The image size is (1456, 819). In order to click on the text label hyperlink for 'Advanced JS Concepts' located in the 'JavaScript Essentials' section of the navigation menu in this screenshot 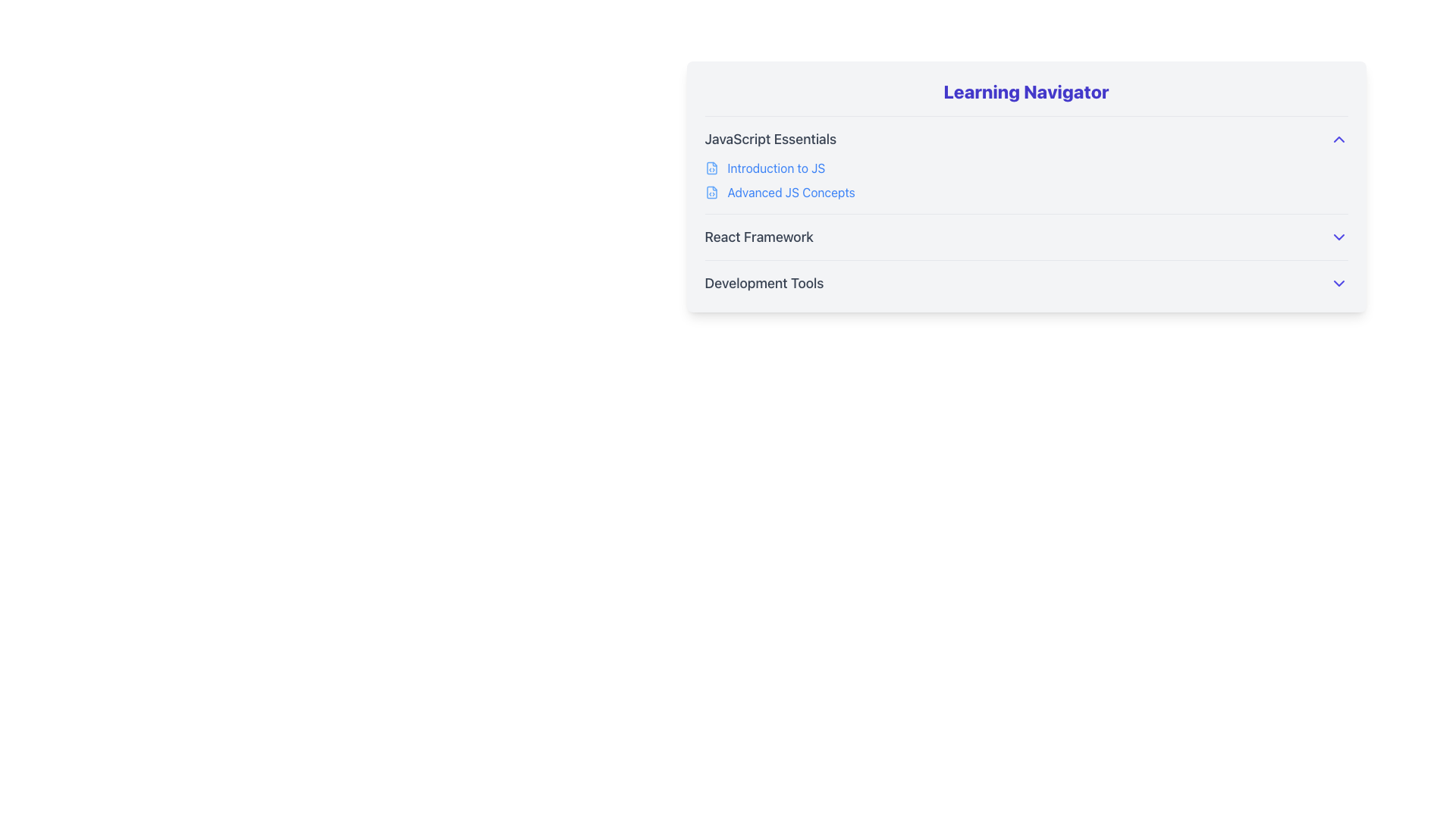, I will do `click(790, 192)`.